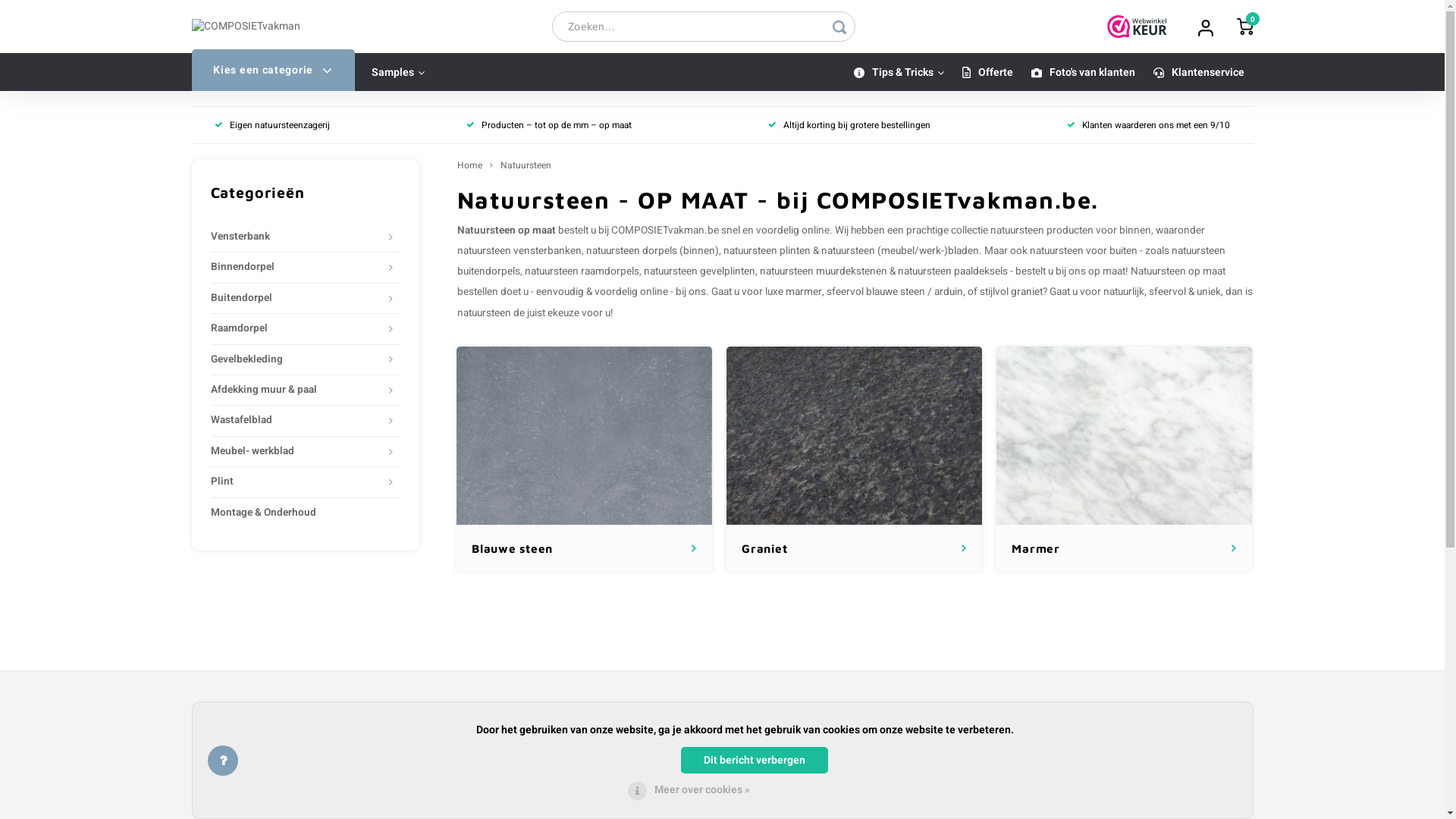 Image resolution: width=1456 pixels, height=819 pixels. I want to click on 'Graniet', so click(854, 435).